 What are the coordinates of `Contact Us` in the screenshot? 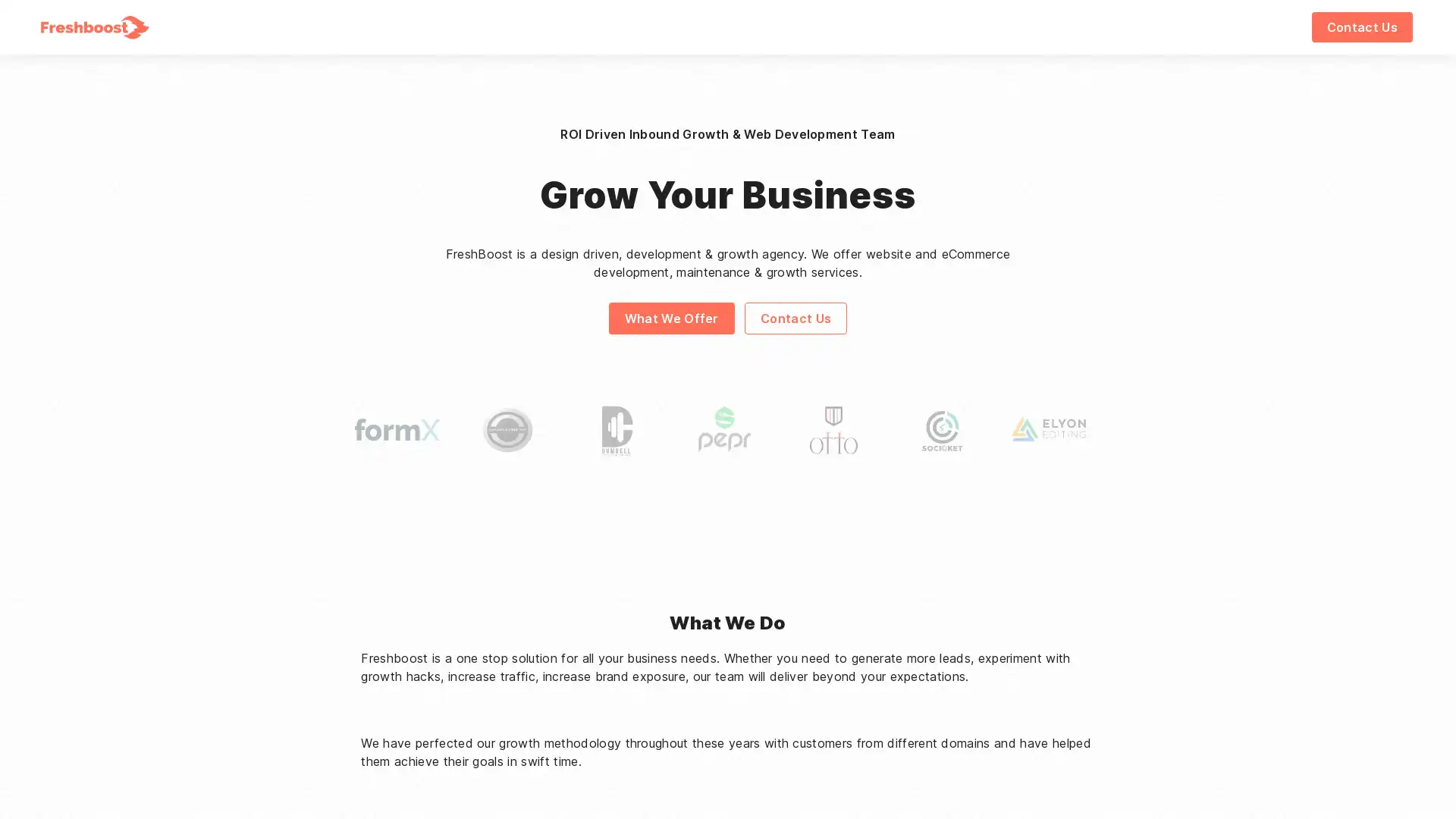 It's located at (795, 317).